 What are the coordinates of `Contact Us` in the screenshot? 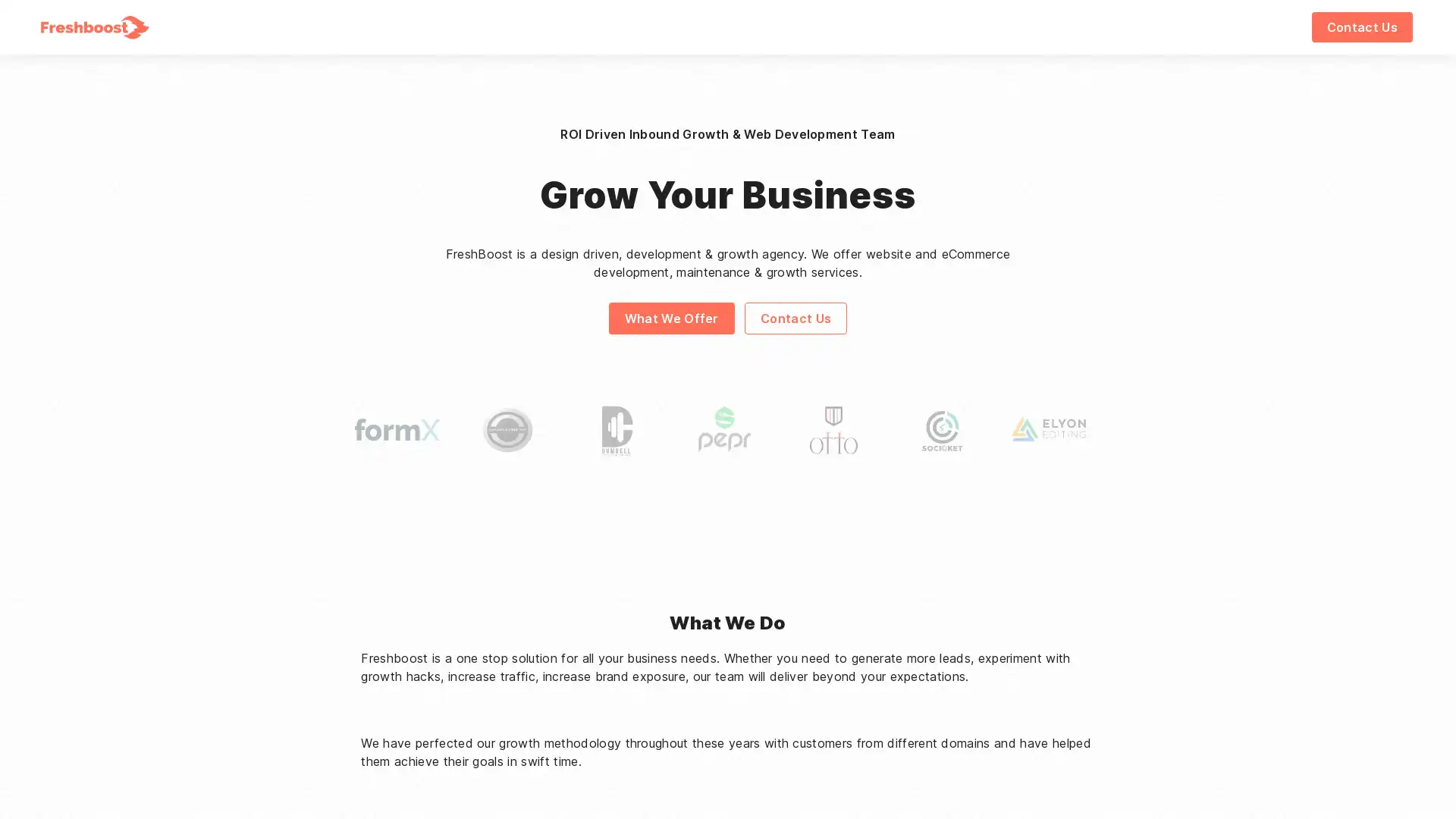 It's located at (795, 317).